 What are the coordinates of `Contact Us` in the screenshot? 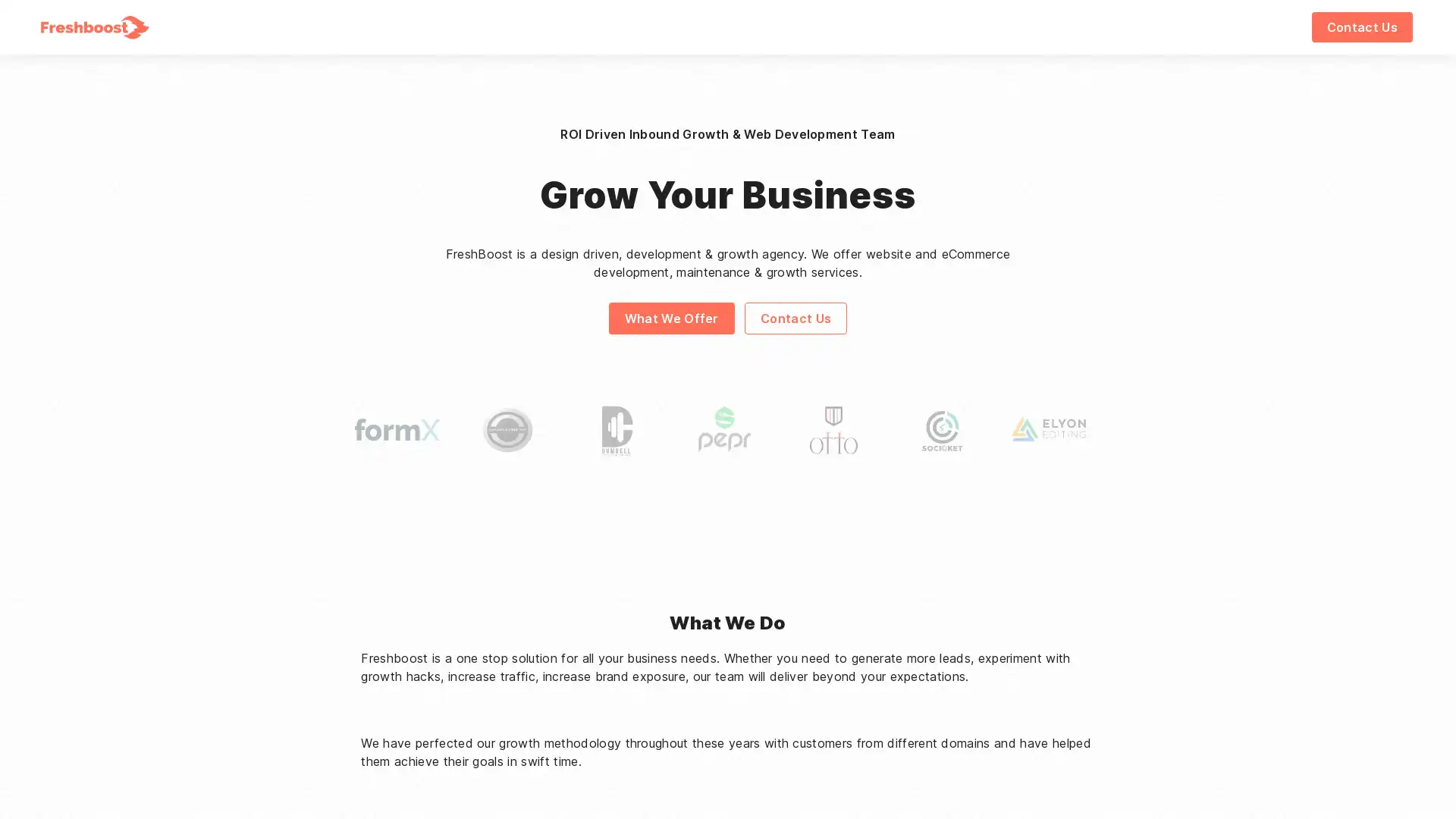 It's located at (795, 317).